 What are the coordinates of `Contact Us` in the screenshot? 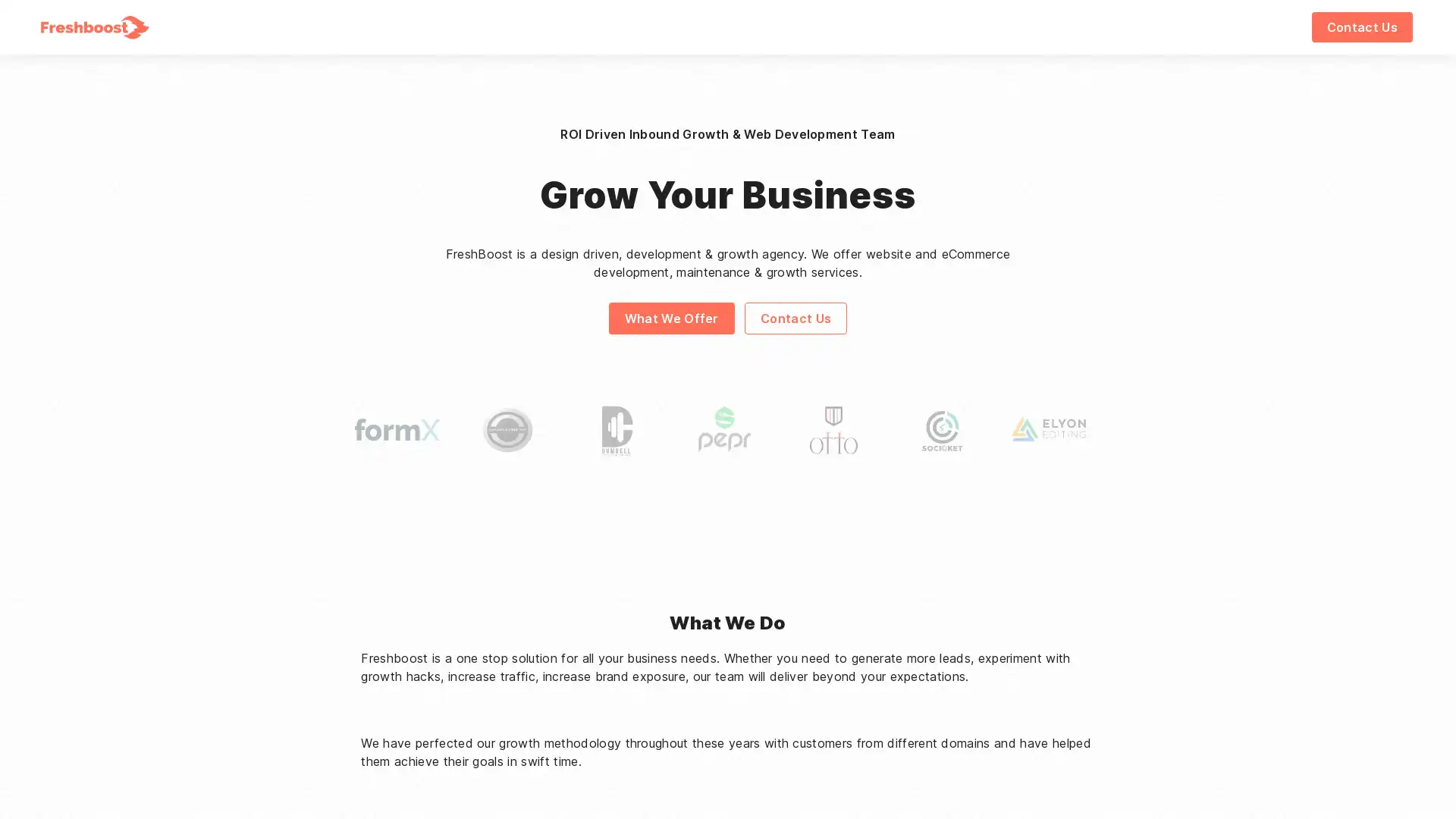 It's located at (795, 317).